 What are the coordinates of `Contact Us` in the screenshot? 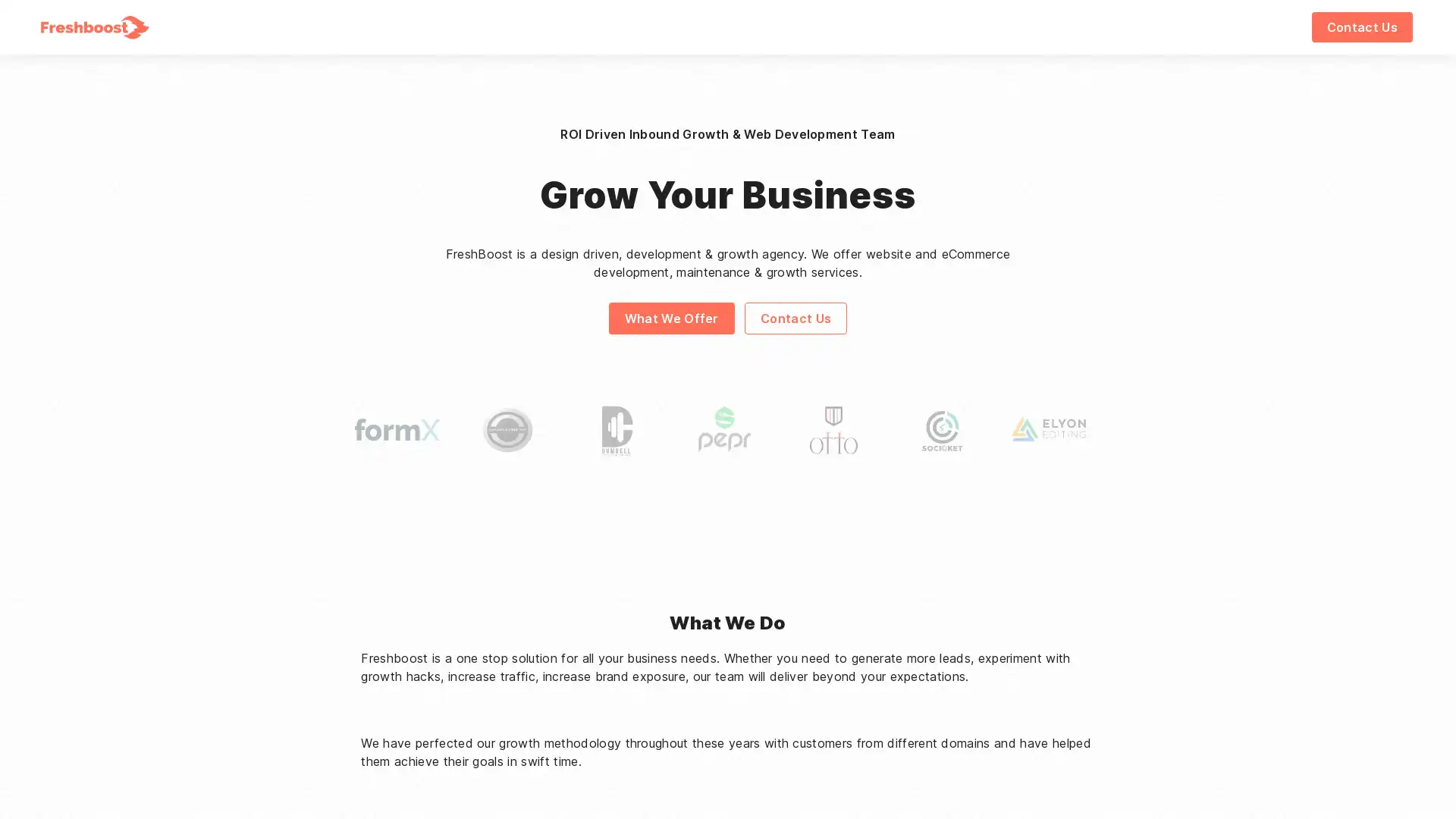 It's located at (795, 317).